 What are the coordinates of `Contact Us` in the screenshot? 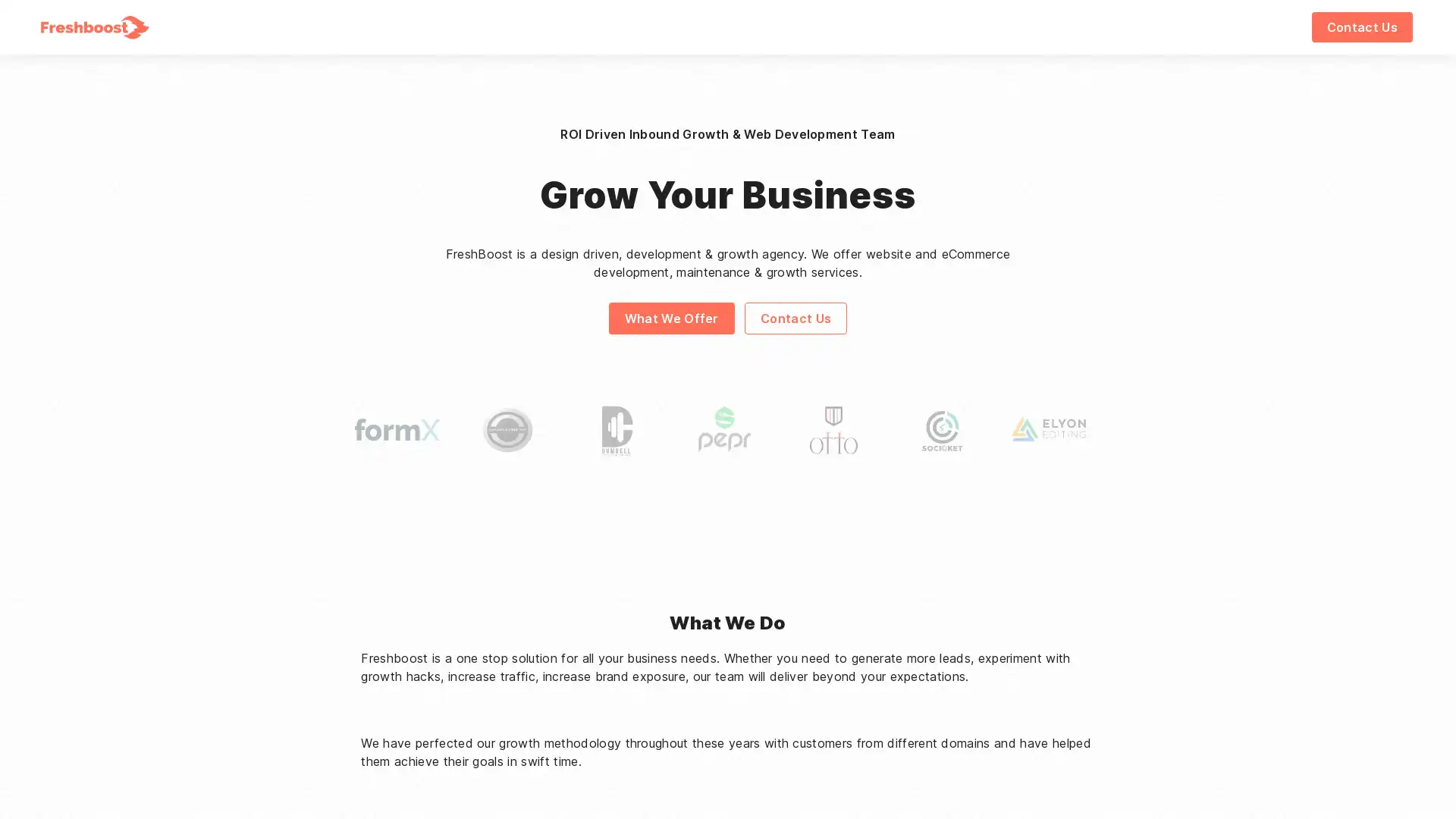 It's located at (795, 317).